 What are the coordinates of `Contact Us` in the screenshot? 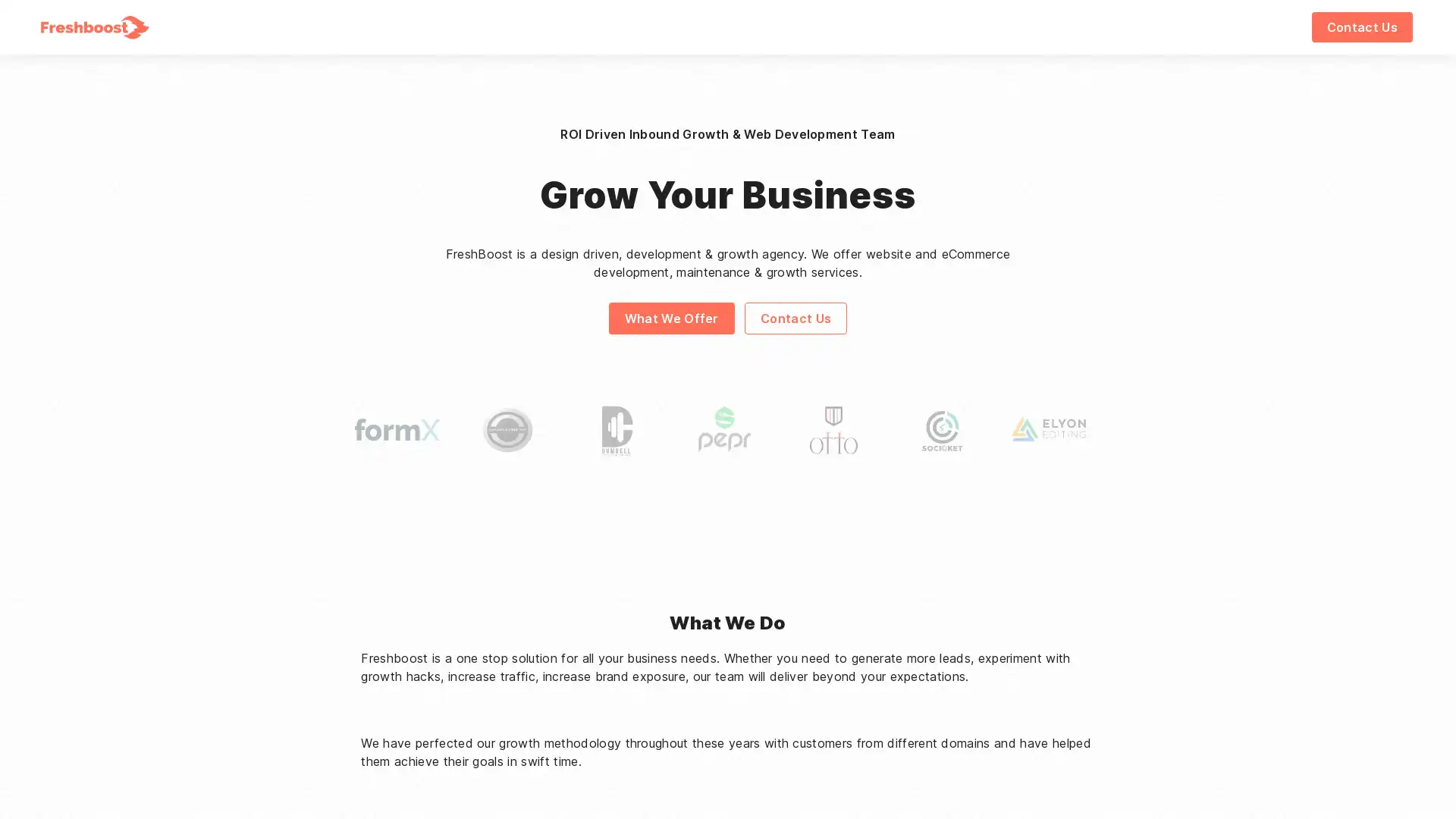 It's located at (795, 317).